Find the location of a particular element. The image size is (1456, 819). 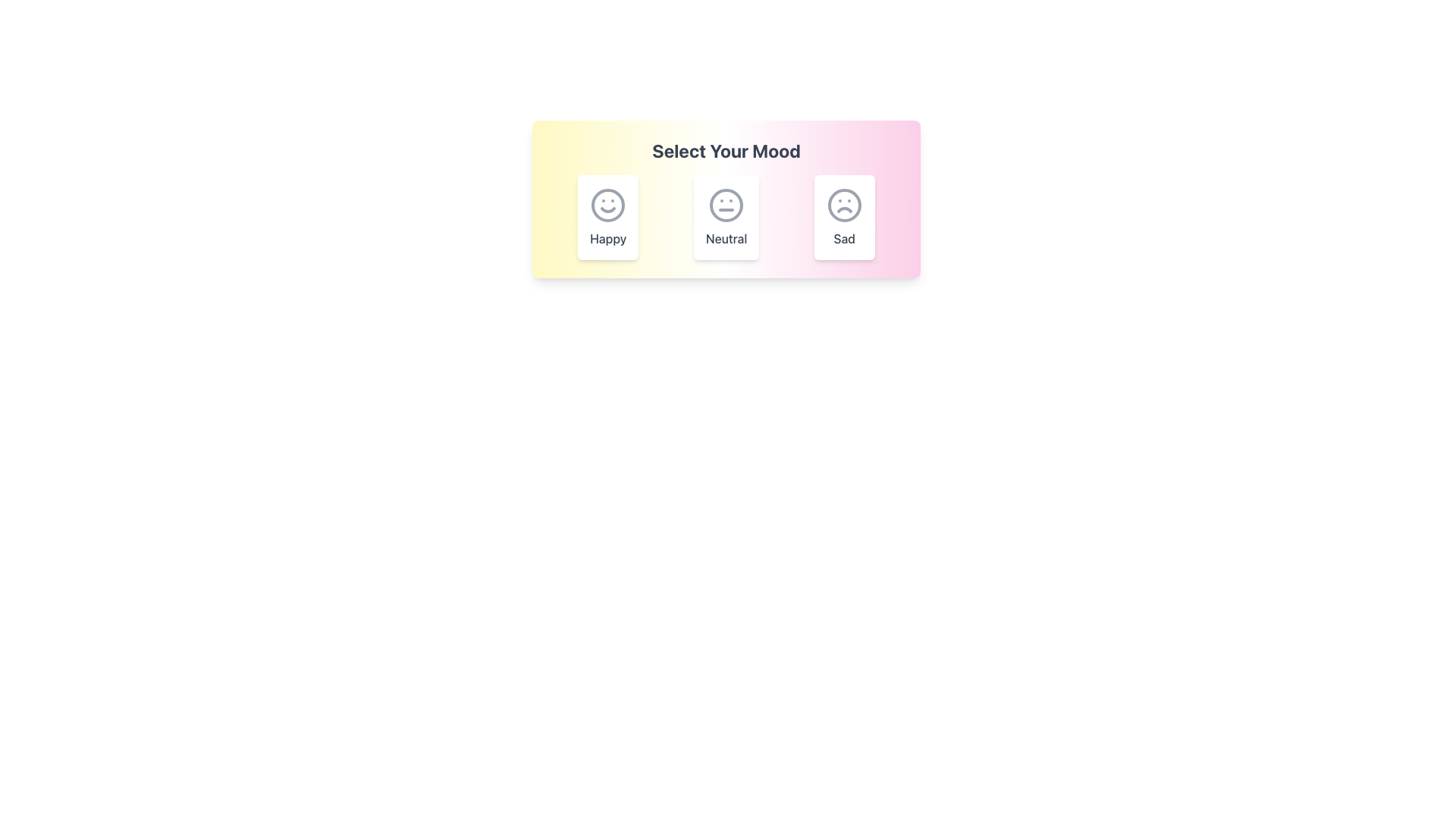

the neutral mood icon represented by the central SVG Circle in the interface, which is part of a selection of three mood options: 'Happy', 'Neutral', and 'Sad' is located at coordinates (726, 205).